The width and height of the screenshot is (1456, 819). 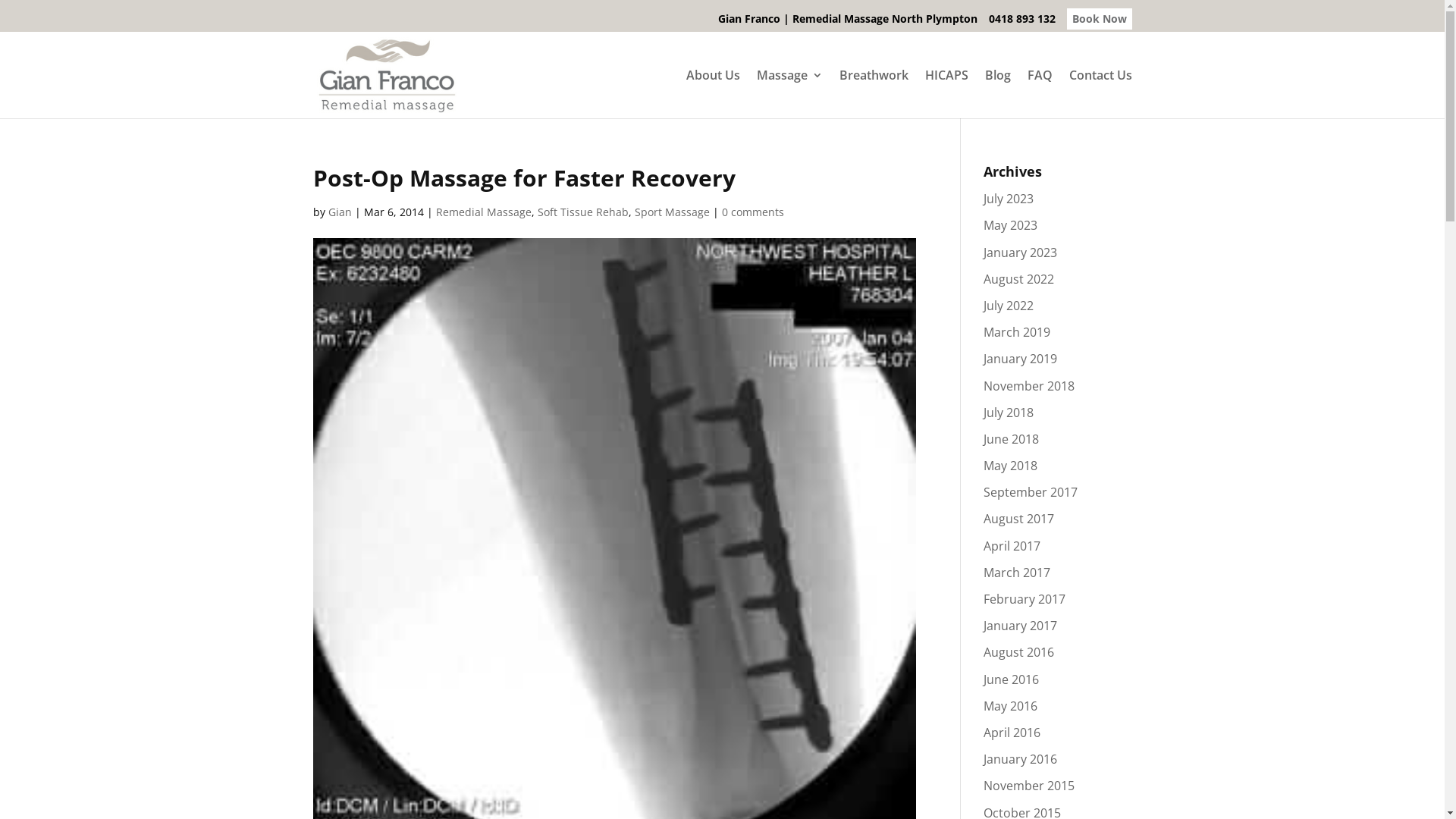 What do you see at coordinates (1024, 598) in the screenshot?
I see `'February 2017'` at bounding box center [1024, 598].